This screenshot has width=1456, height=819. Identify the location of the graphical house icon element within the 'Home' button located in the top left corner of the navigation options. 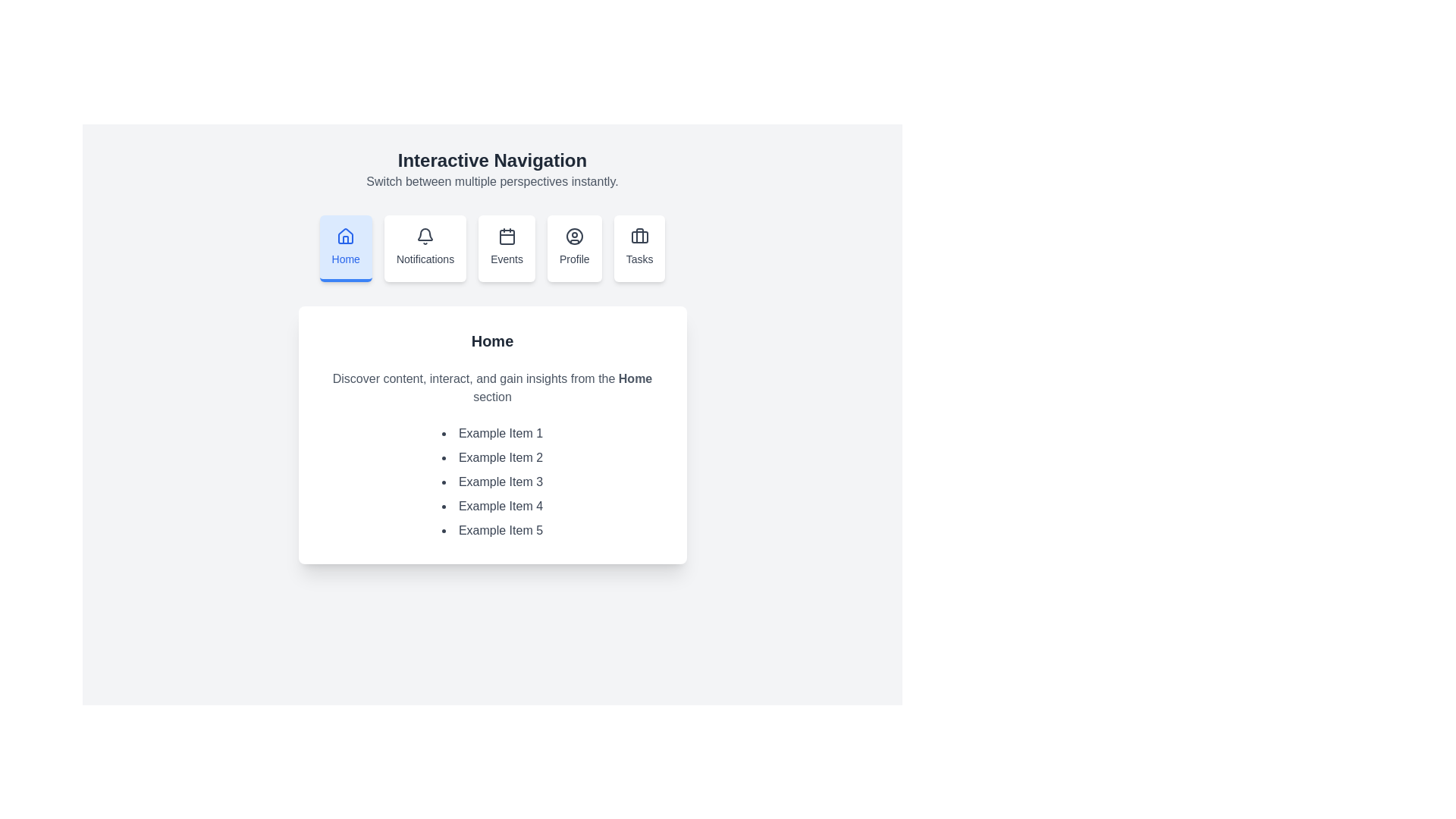
(345, 239).